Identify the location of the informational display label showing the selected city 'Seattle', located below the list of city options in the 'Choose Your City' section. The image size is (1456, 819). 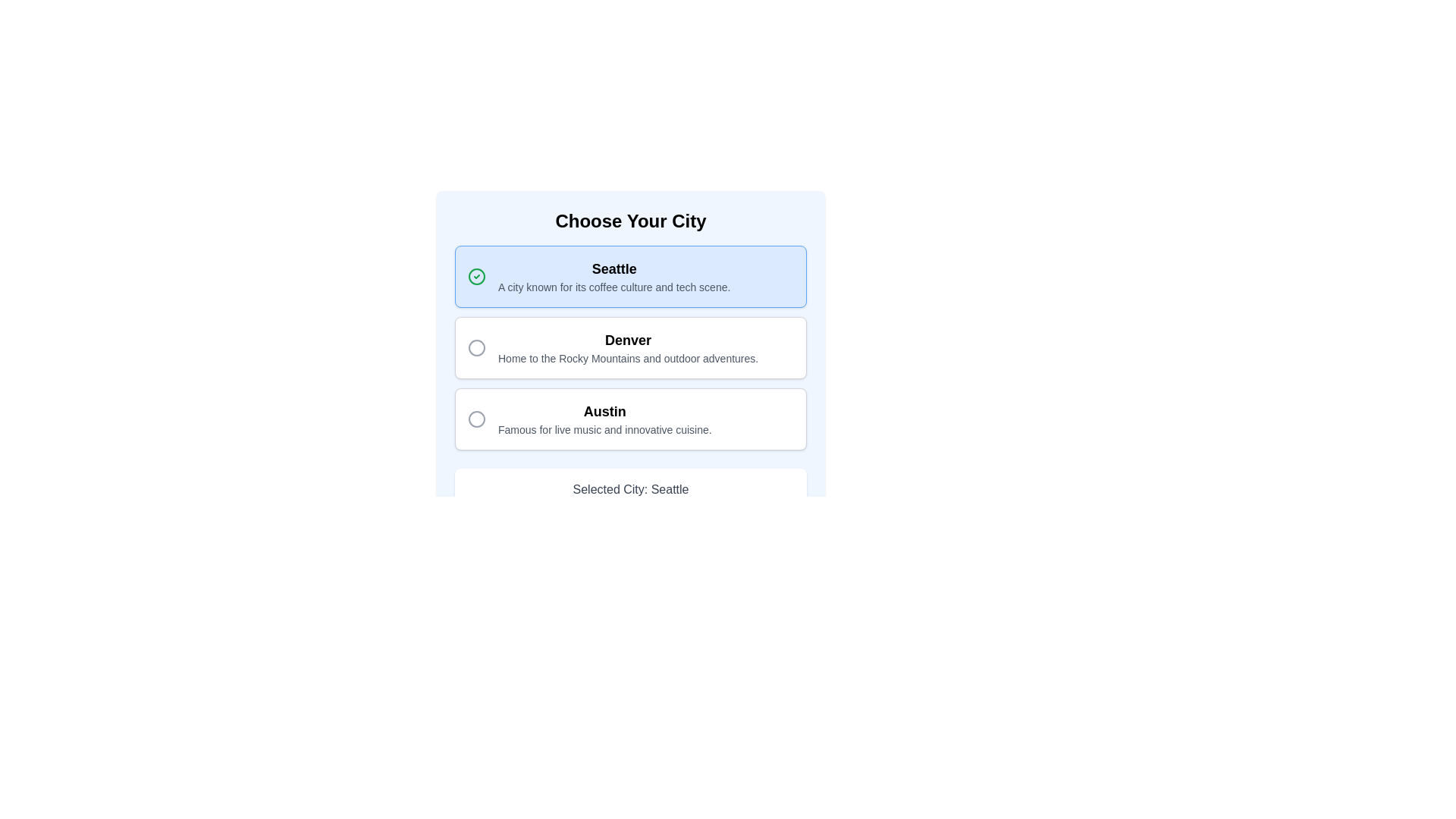
(630, 489).